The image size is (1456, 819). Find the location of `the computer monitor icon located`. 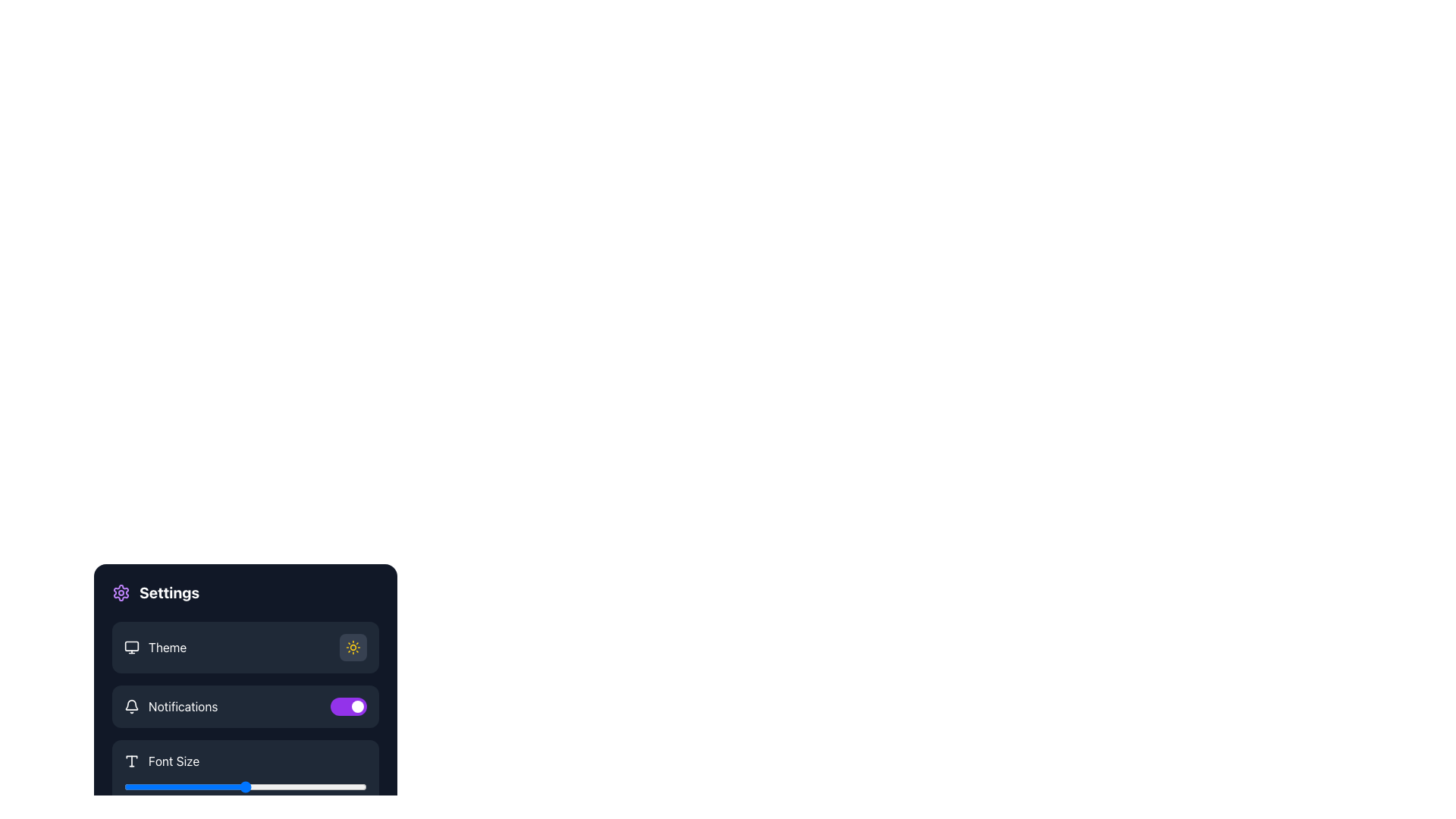

the computer monitor icon located is located at coordinates (131, 647).